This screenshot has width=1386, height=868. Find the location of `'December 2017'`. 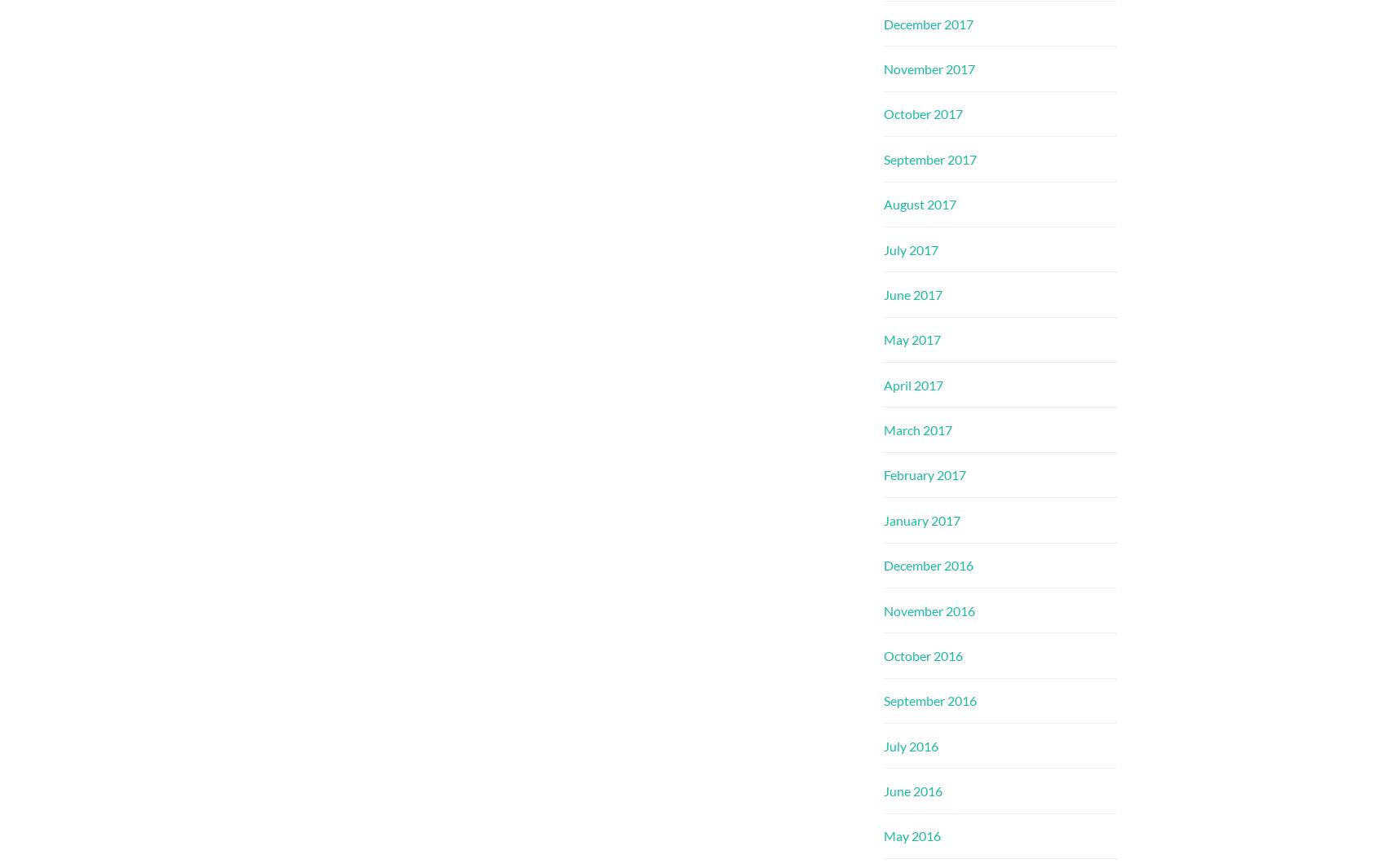

'December 2017' is located at coordinates (929, 22).